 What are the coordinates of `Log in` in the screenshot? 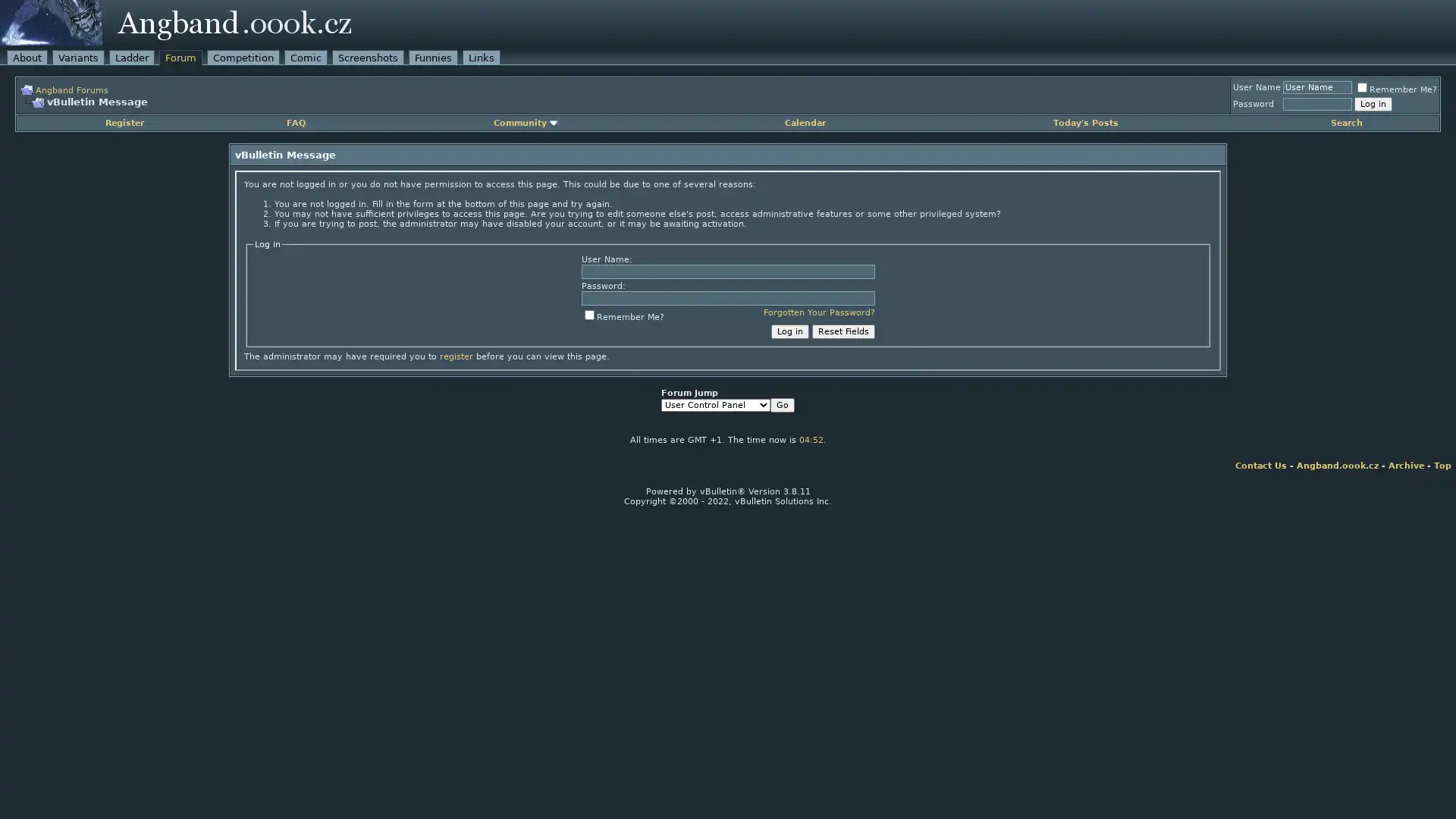 It's located at (1373, 103).